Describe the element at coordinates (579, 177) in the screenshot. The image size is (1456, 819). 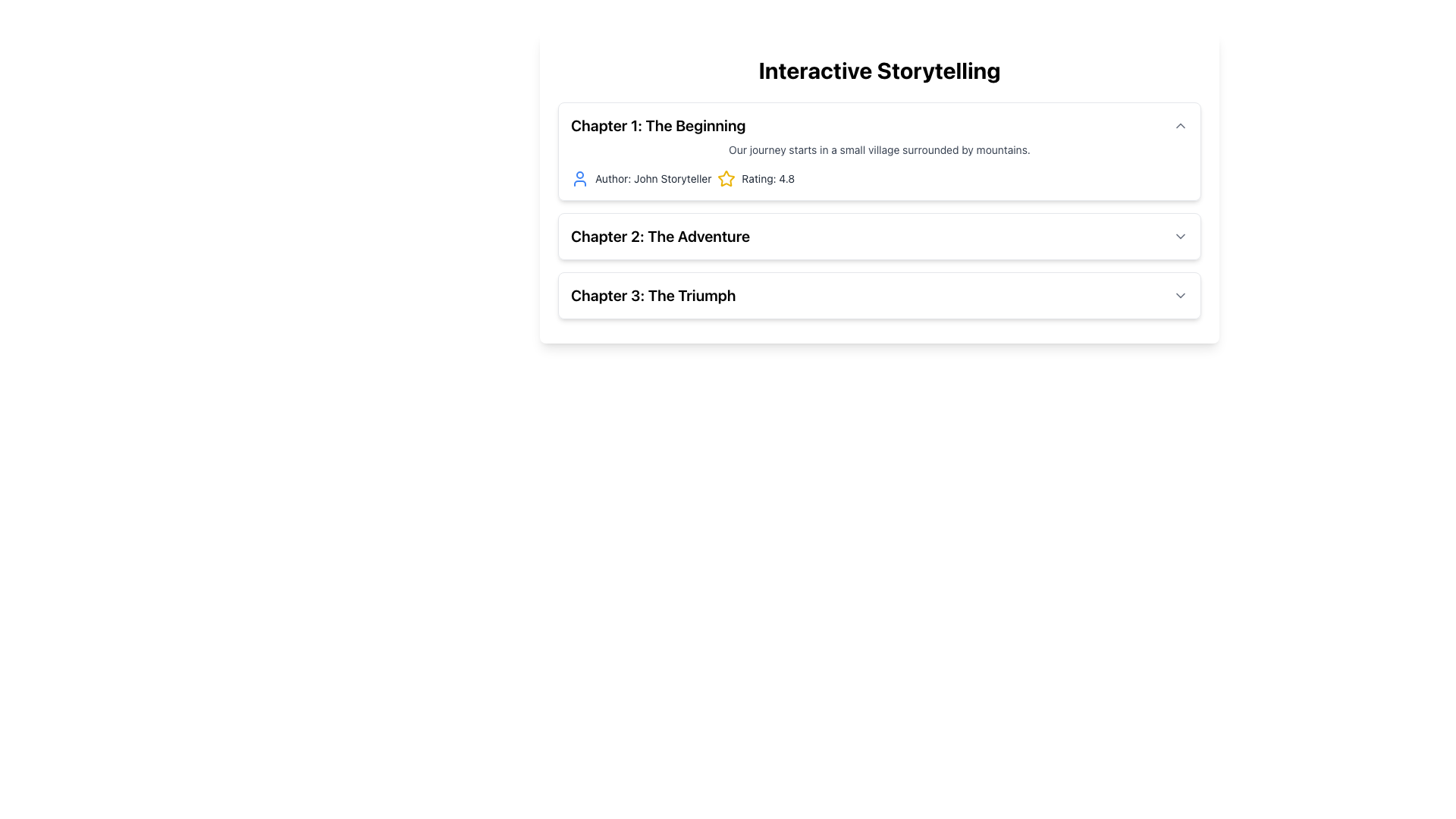
I see `the user profile circular icon with a blue outline, located in the first card labeled 'Chapter 1: The Beginning', positioned to the far left before the text 'Author: John Storyteller'` at that location.